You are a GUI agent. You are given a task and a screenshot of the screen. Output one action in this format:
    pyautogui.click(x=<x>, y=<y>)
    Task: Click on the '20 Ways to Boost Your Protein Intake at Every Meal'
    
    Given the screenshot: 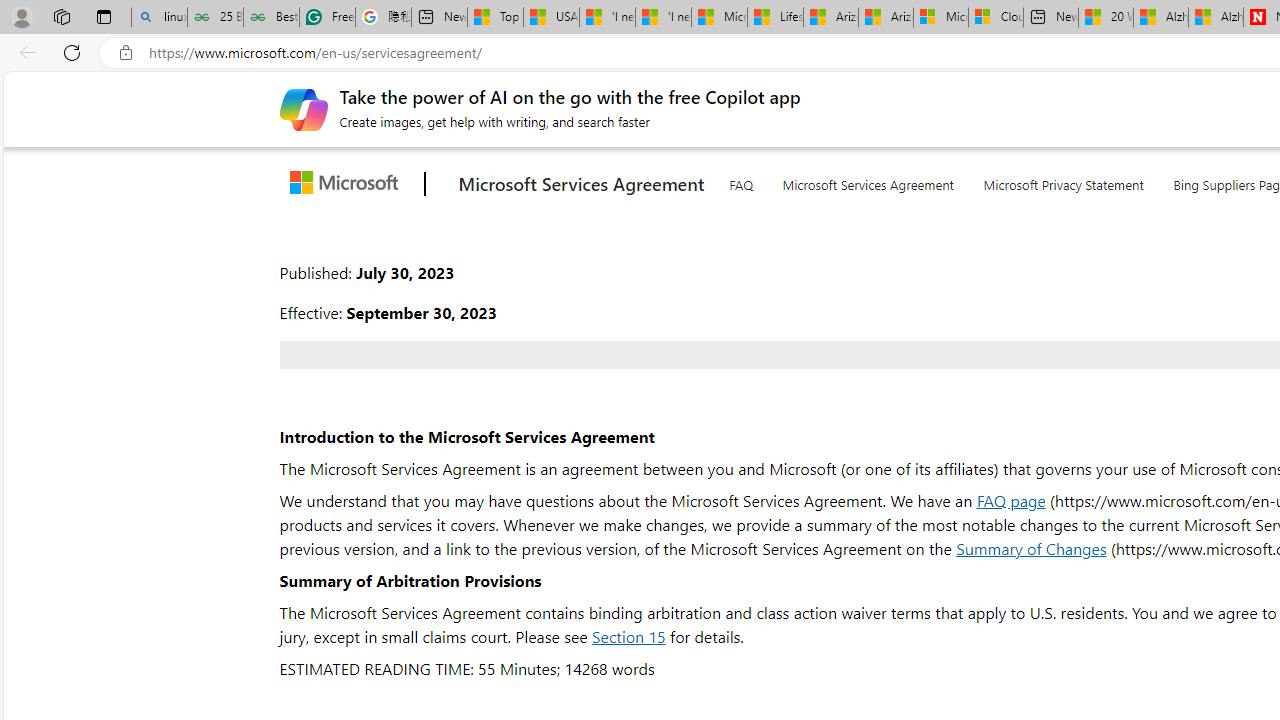 What is the action you would take?
    pyautogui.click(x=1104, y=17)
    